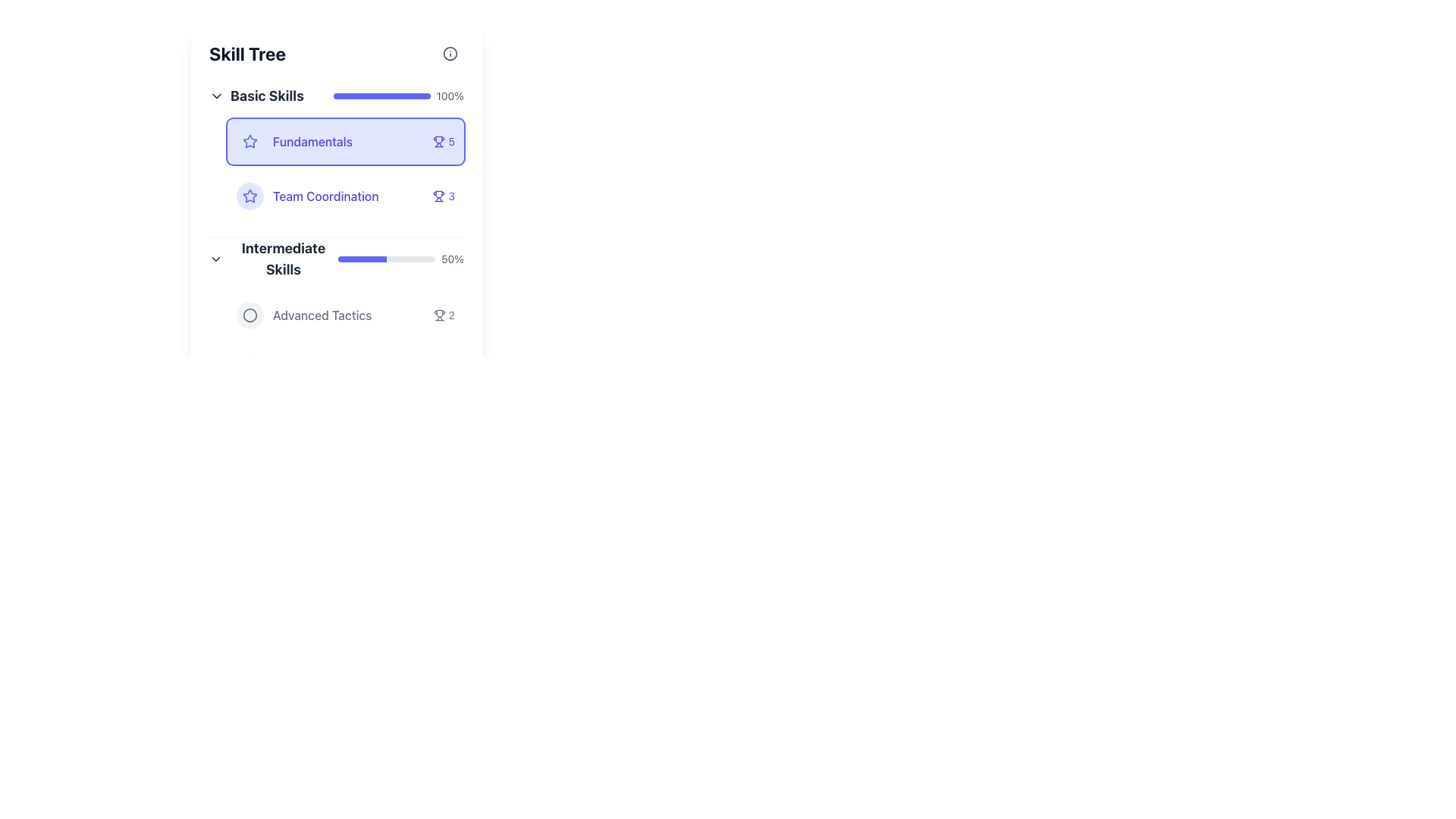 The width and height of the screenshot is (1456, 819). What do you see at coordinates (273, 259) in the screenshot?
I see `the 'Intermediate Skills' button or interactive text header to change its text color` at bounding box center [273, 259].